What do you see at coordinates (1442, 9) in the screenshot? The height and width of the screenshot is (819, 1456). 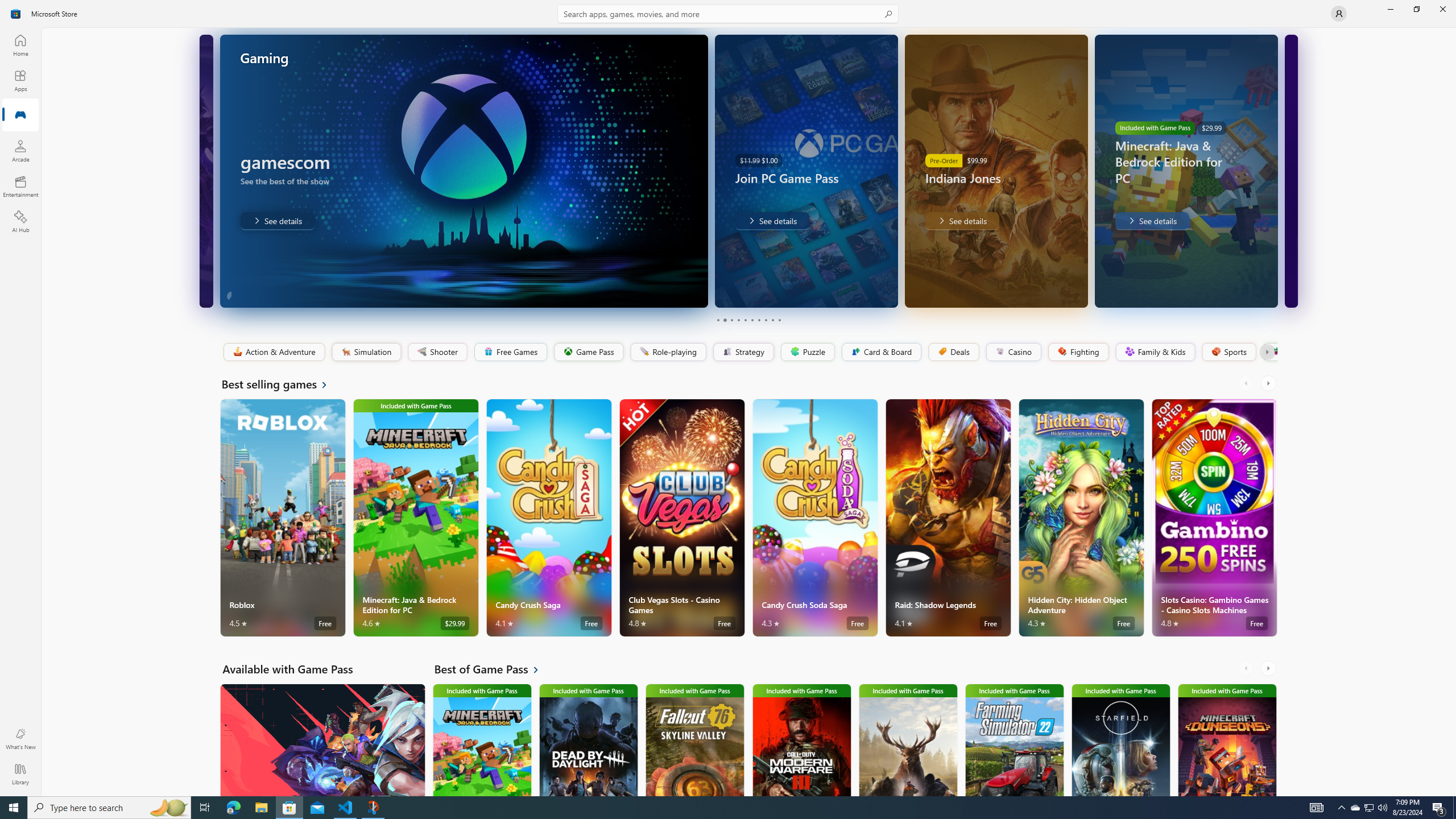 I see `'Close Microsoft Store'` at bounding box center [1442, 9].